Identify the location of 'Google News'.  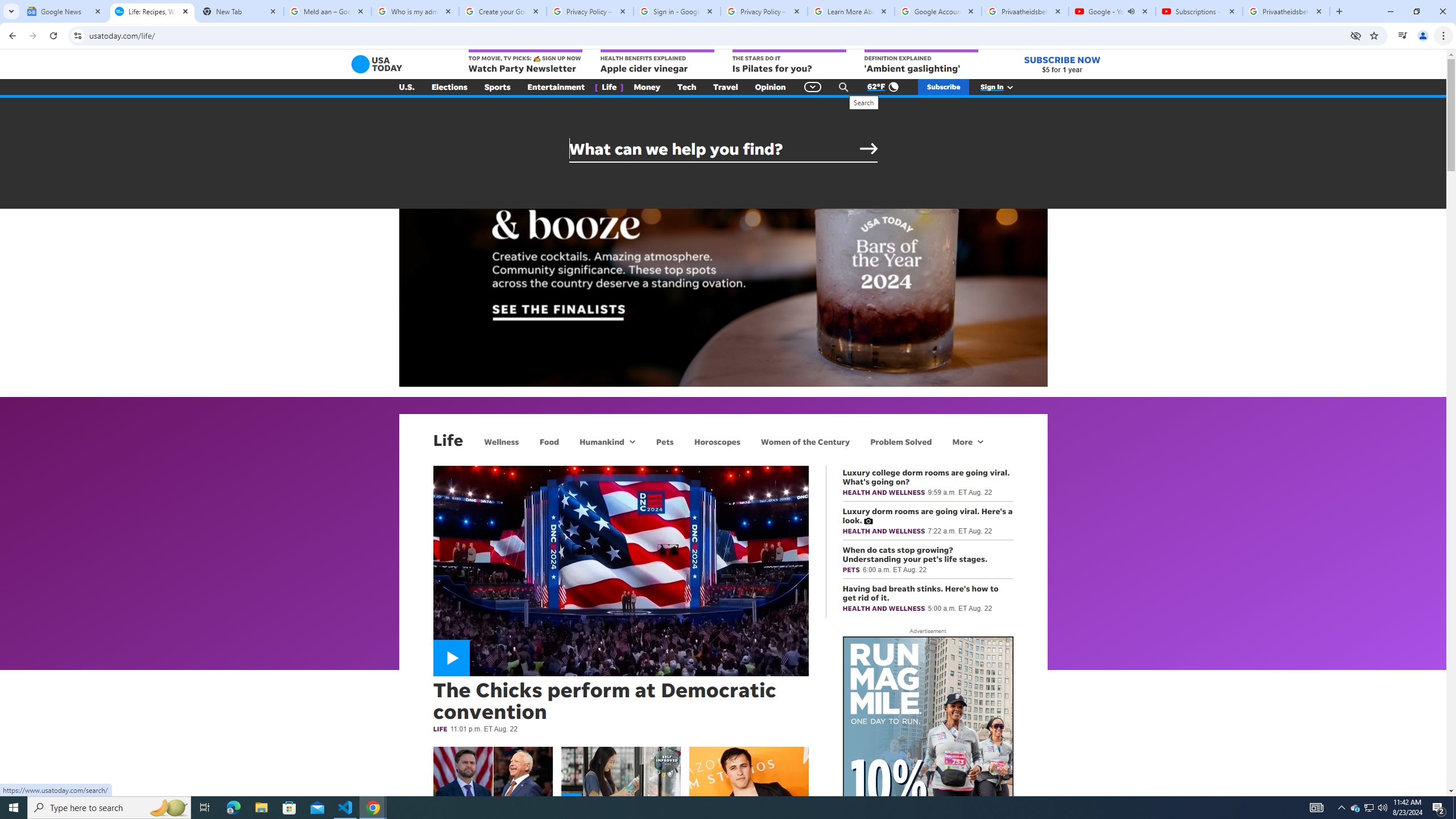
(64, 11).